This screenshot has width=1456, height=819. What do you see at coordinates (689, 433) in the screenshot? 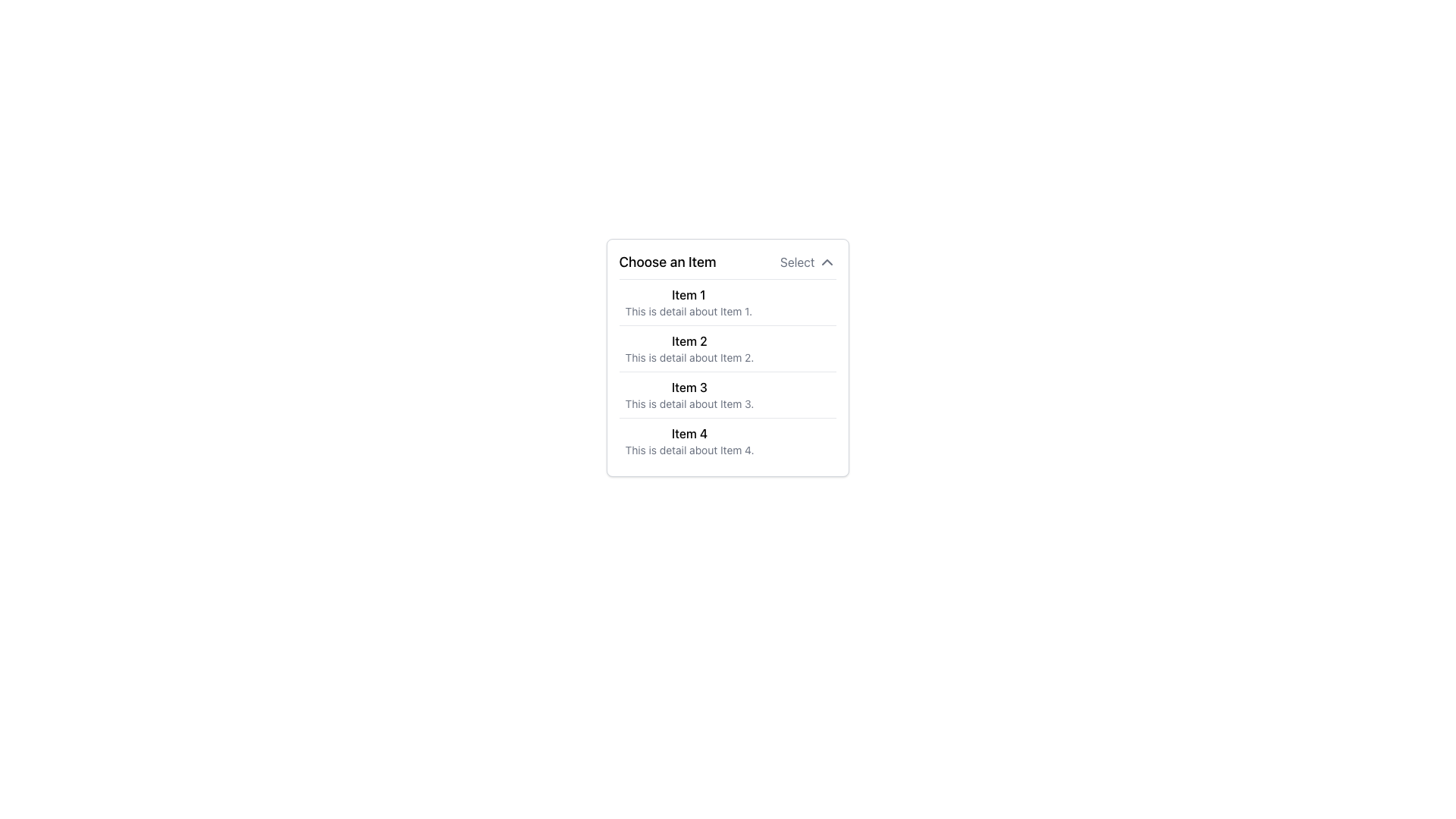
I see `the text label reading 'Item 4'` at bounding box center [689, 433].